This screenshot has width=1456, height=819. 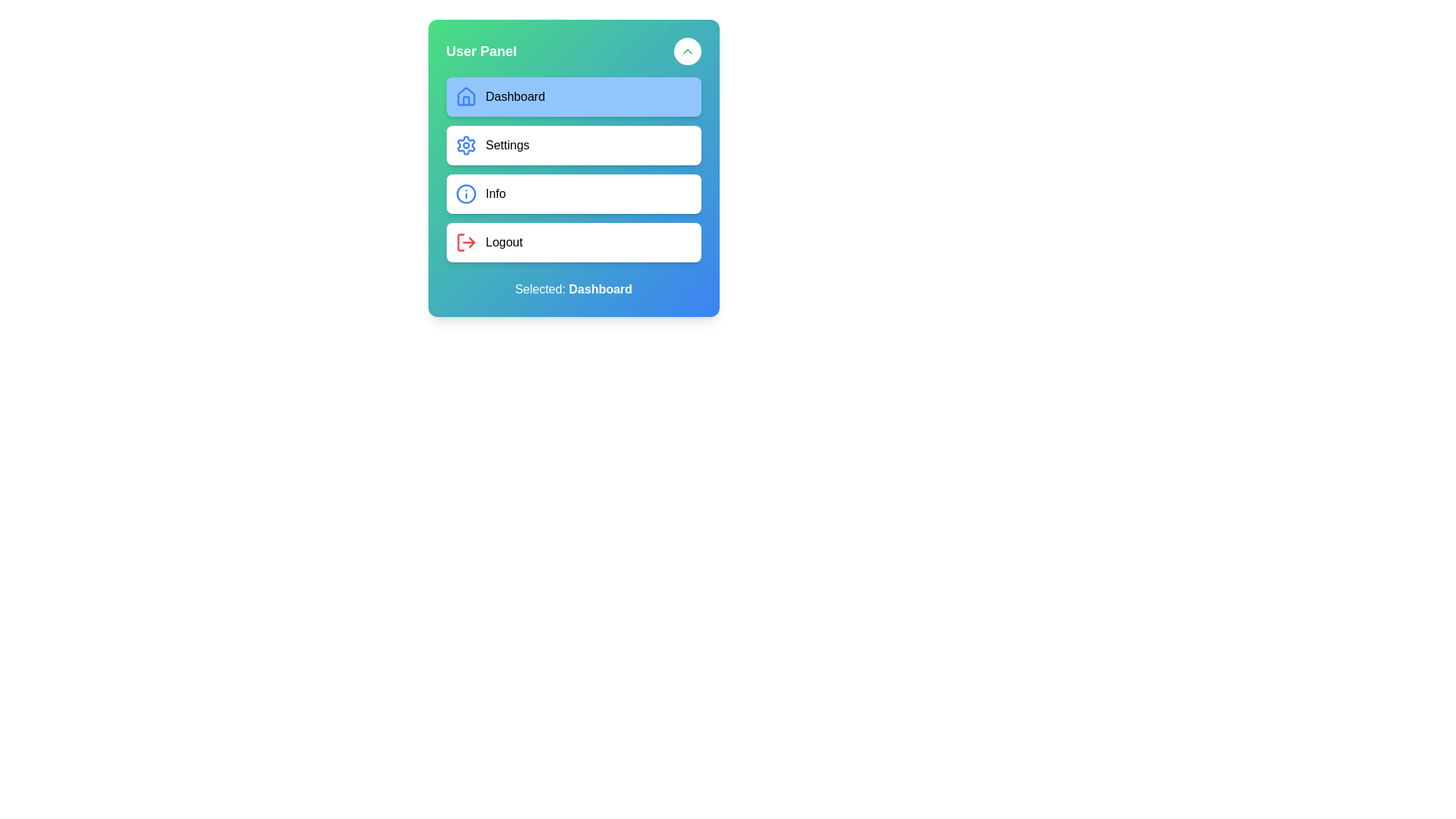 I want to click on the 'Dashboard' icon located in the User Panel navigation menu for contextual understanding, so click(x=465, y=96).